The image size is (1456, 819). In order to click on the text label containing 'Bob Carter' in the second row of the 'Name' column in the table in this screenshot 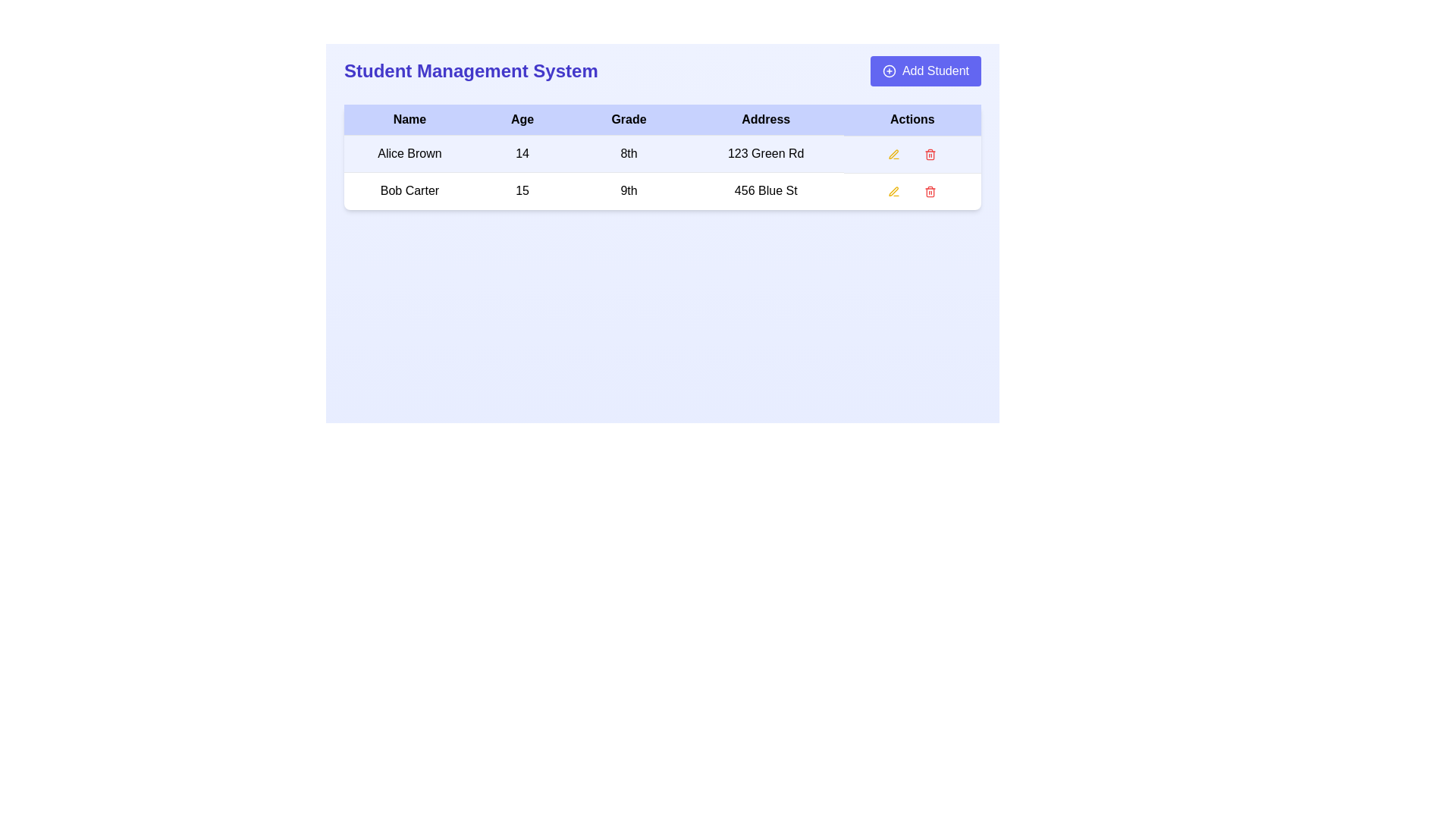, I will do `click(409, 190)`.